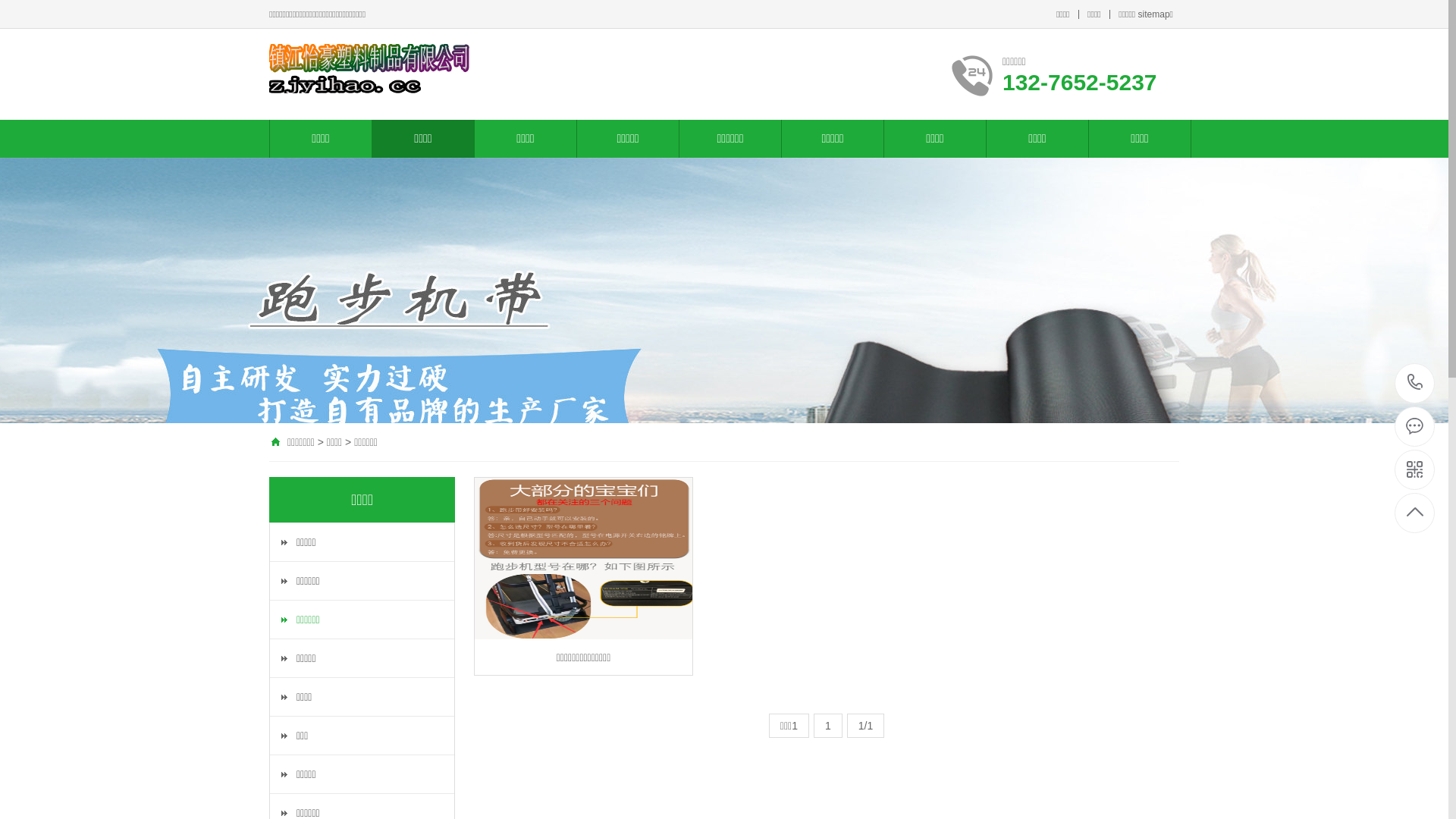 The width and height of the screenshot is (1456, 819). What do you see at coordinates (827, 724) in the screenshot?
I see `'1'` at bounding box center [827, 724].